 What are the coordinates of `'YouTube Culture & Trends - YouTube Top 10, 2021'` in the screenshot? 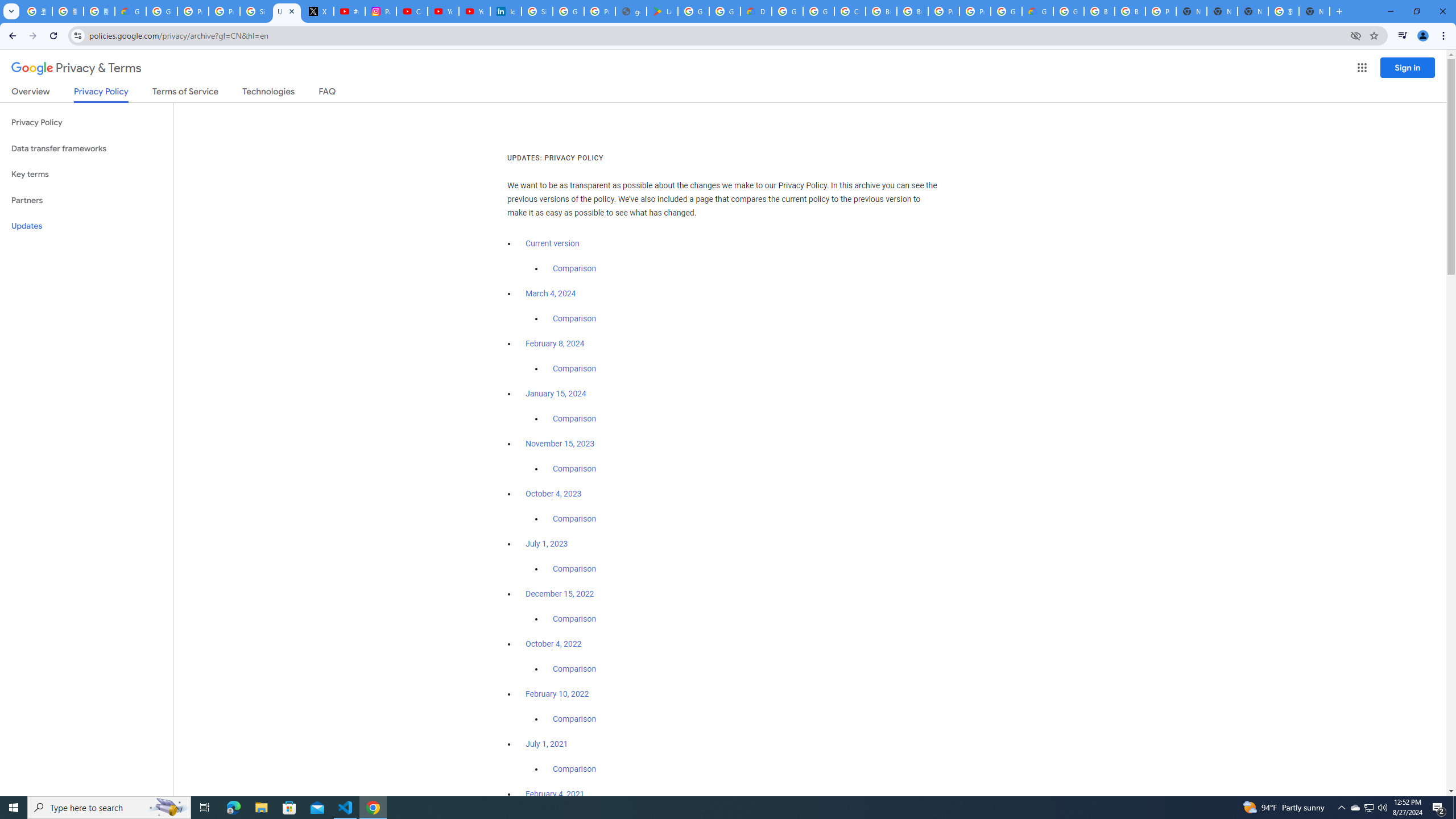 It's located at (474, 11).